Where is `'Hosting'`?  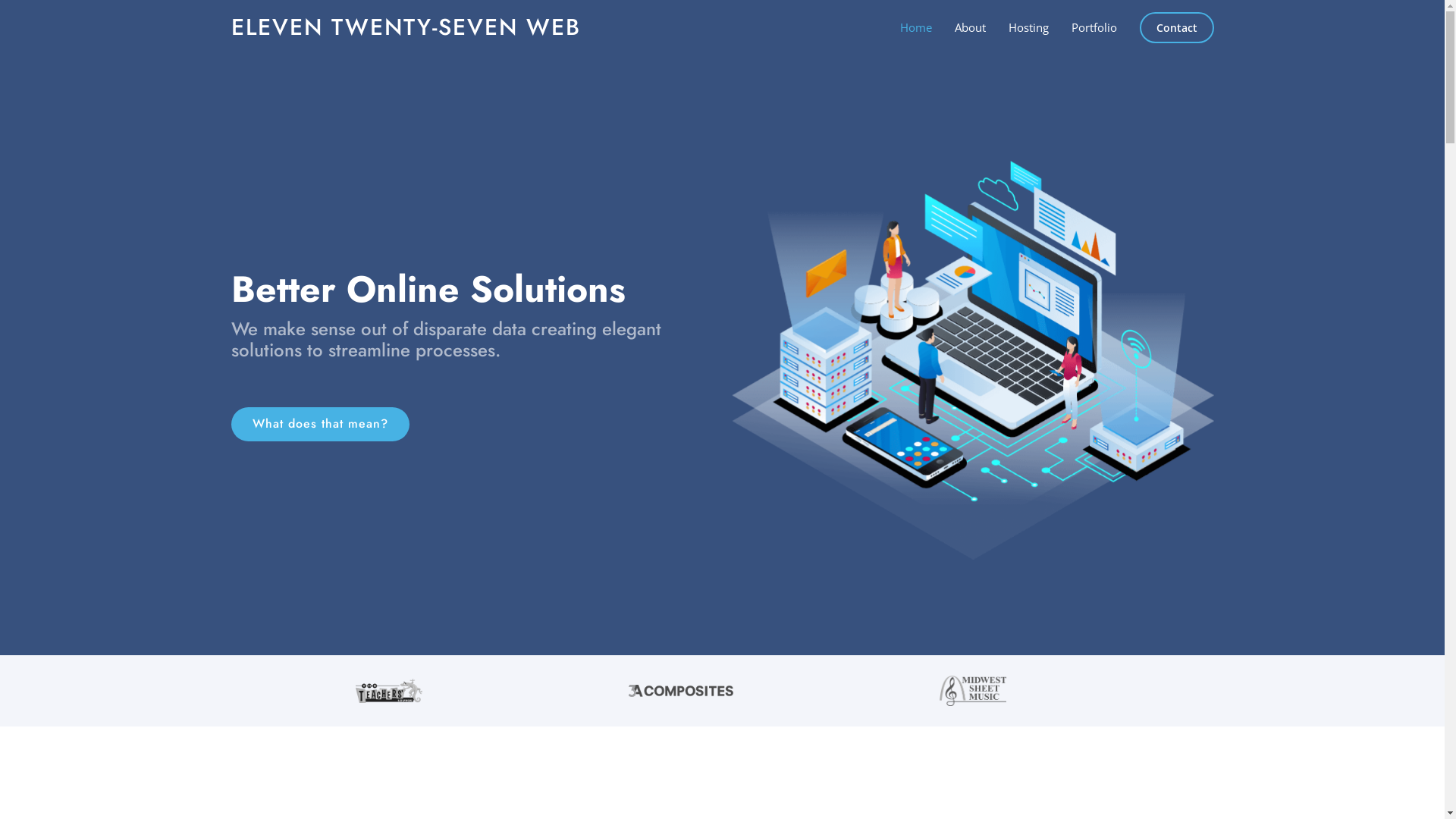
'Hosting' is located at coordinates (1017, 27).